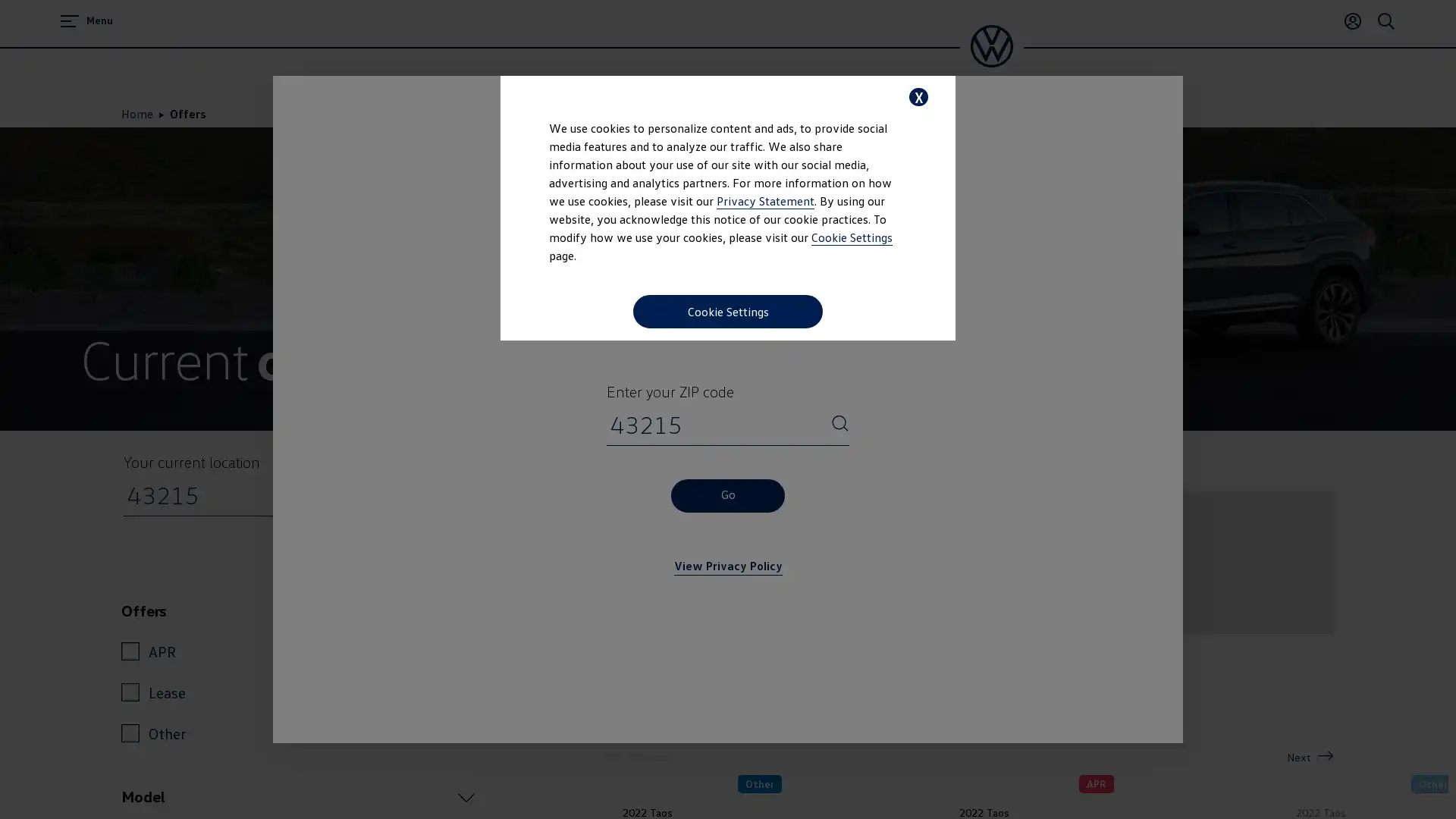  I want to click on Search, so click(1386, 20).